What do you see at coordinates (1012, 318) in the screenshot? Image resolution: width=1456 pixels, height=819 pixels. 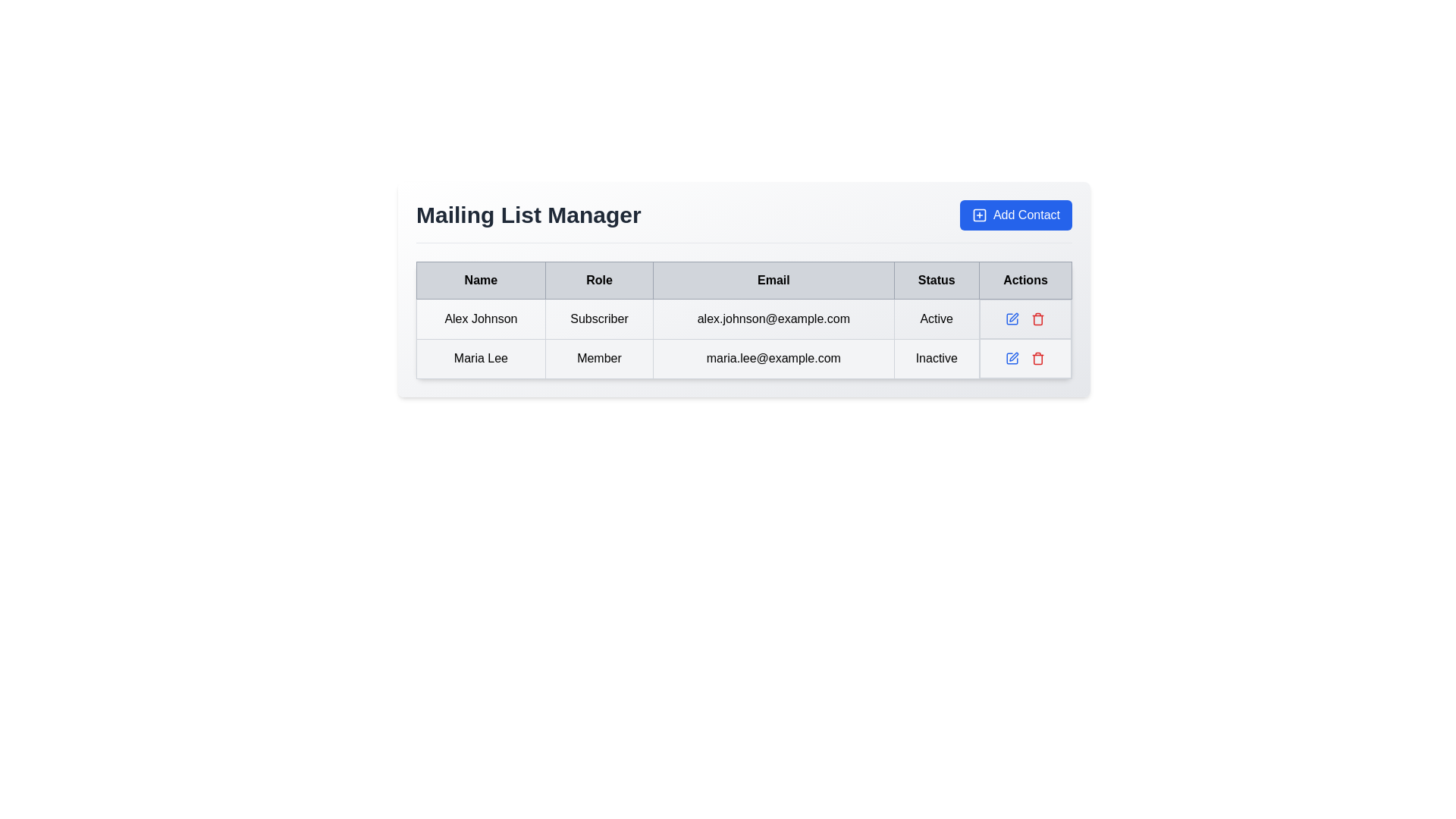 I see `the pencil icon button located in the first row of the 'Actions' column` at bounding box center [1012, 318].